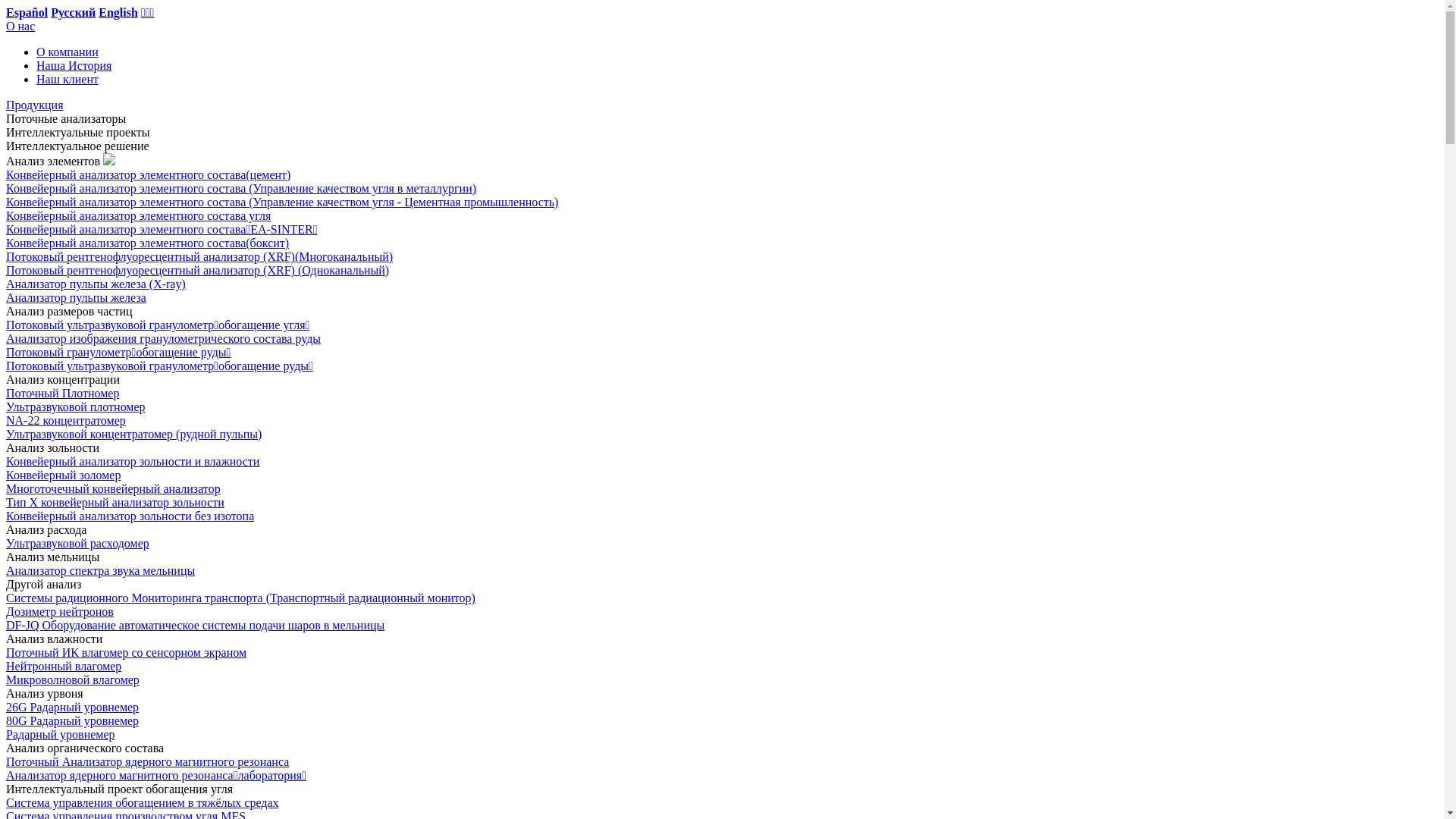 This screenshot has height=819, width=1456. I want to click on 'English', so click(97, 12).